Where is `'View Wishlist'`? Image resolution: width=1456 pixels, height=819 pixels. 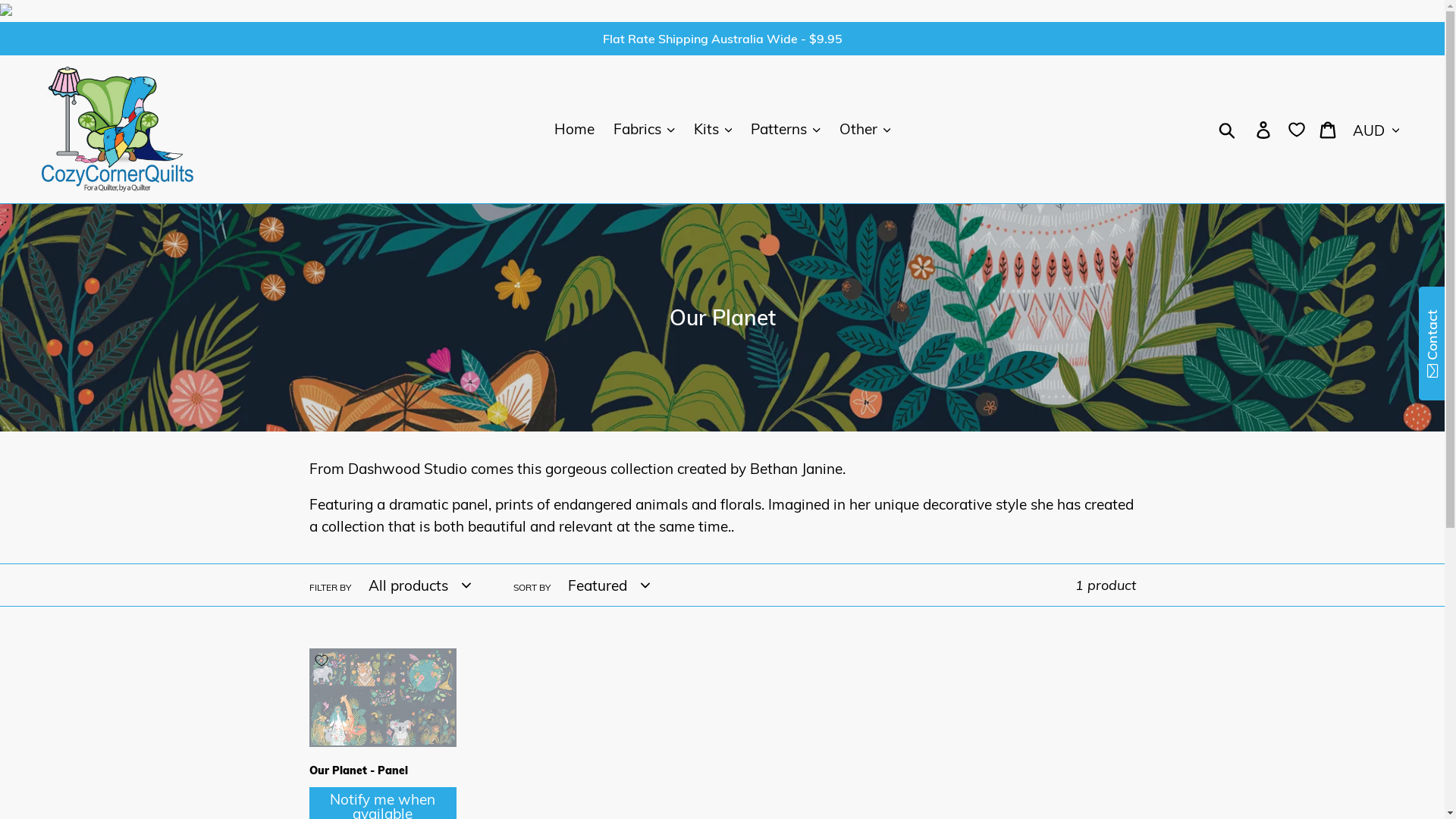 'View Wishlist' is located at coordinates (1295, 127).